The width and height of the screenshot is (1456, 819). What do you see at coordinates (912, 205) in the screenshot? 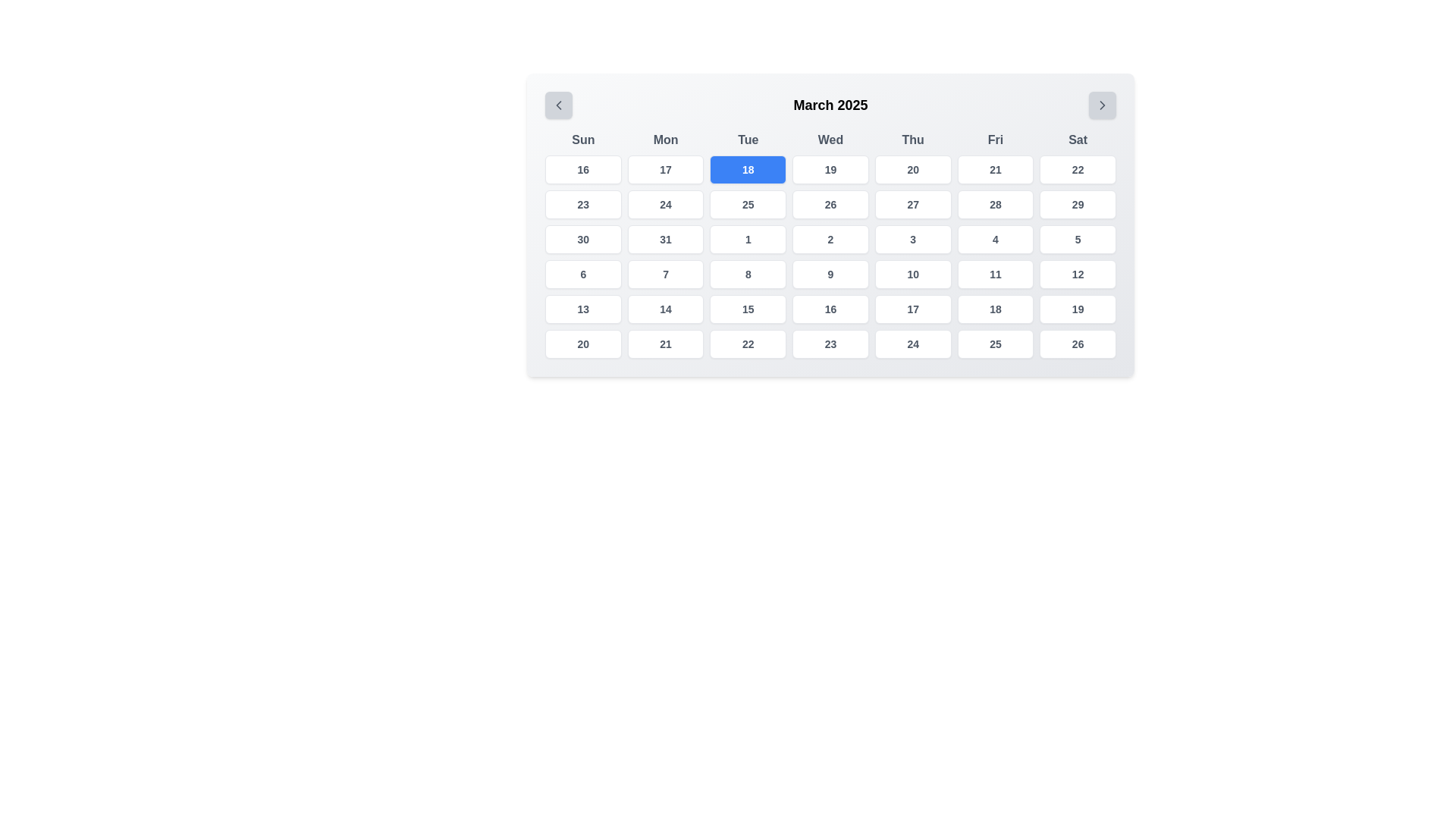
I see `the rectangular button with a white background and the number '27' centered in bold, located in the 5th column of the 3rd row under 'Thu'` at bounding box center [912, 205].